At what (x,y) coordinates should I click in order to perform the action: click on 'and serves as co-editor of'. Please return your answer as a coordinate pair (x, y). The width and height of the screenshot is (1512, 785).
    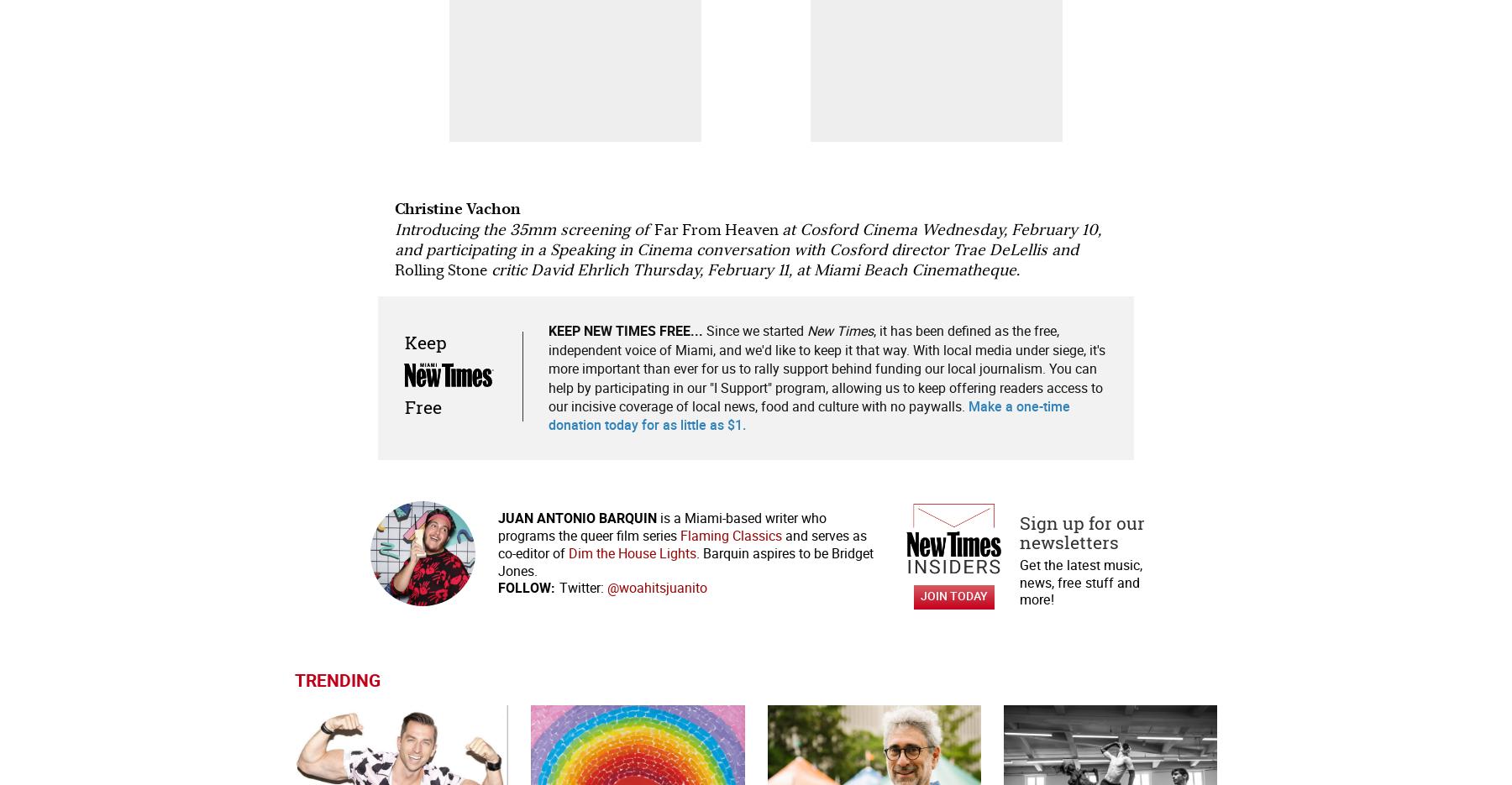
    Looking at the image, I should click on (497, 543).